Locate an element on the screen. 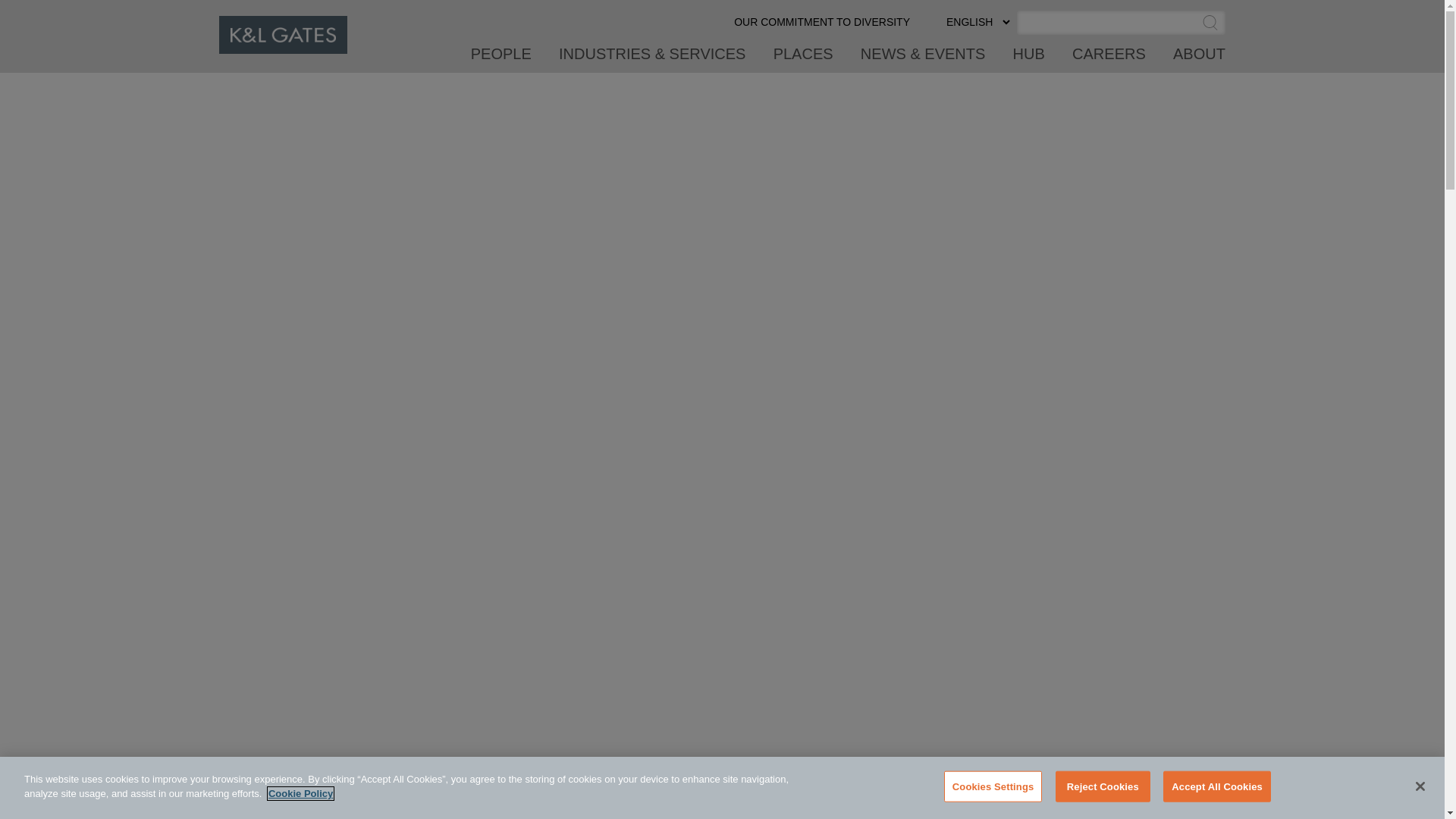 Image resolution: width=1456 pixels, height=819 pixels. 'INDUSTRIES & SERVICES' is located at coordinates (558, 58).